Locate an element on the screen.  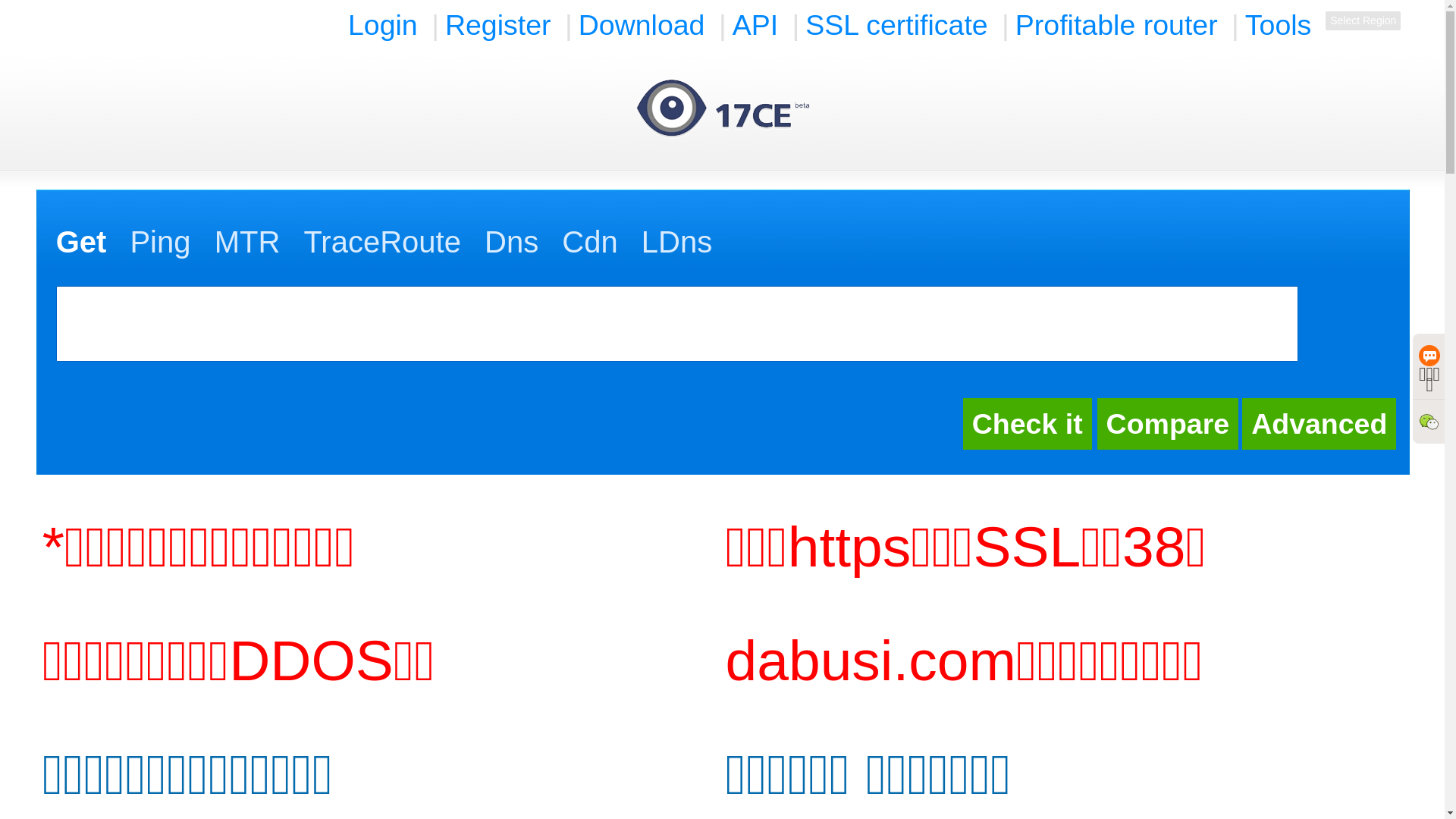
'Cdn' is located at coordinates (560, 241).